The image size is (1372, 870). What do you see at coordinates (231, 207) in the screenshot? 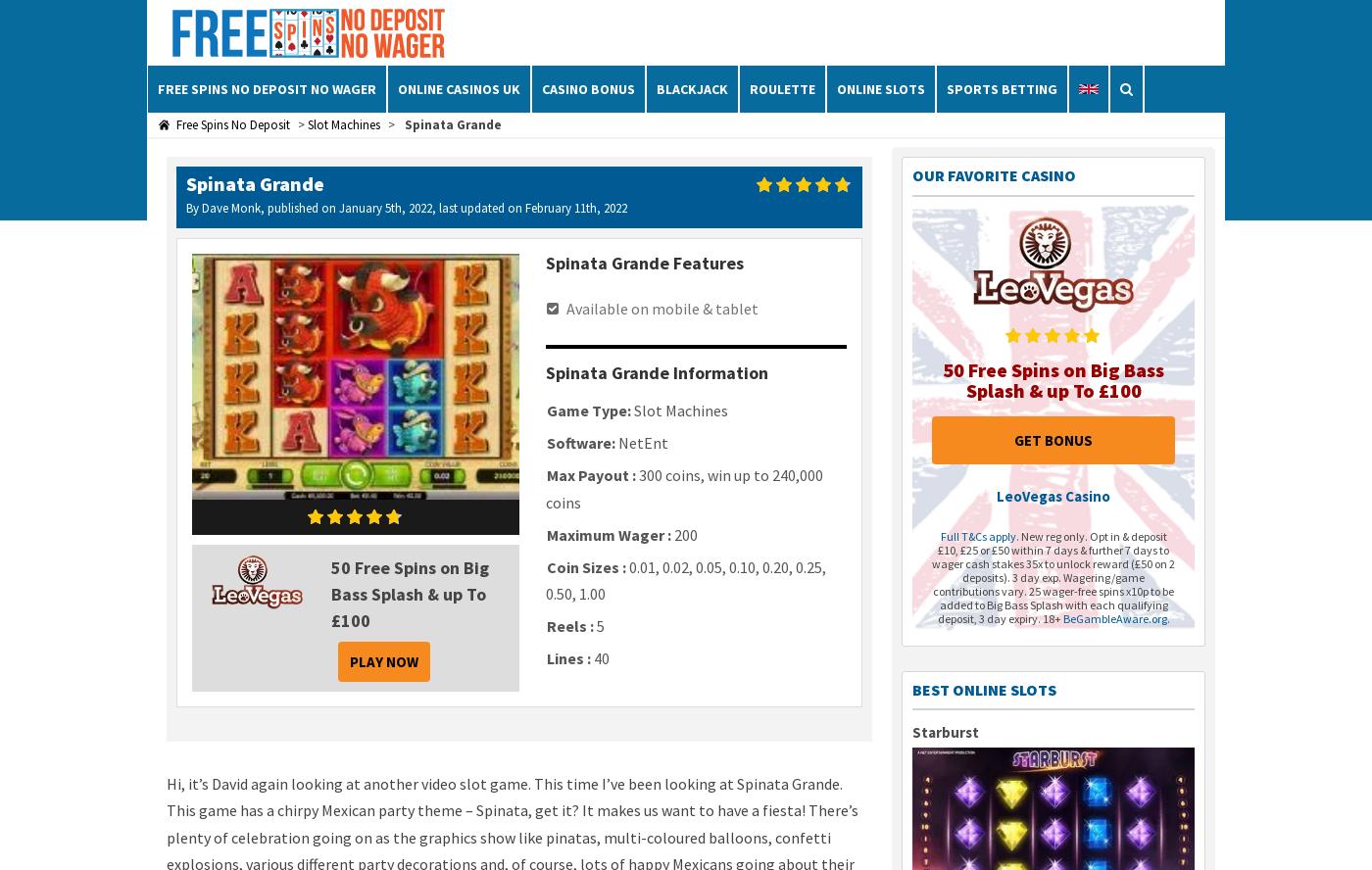
I see `'Dave Monk'` at bounding box center [231, 207].